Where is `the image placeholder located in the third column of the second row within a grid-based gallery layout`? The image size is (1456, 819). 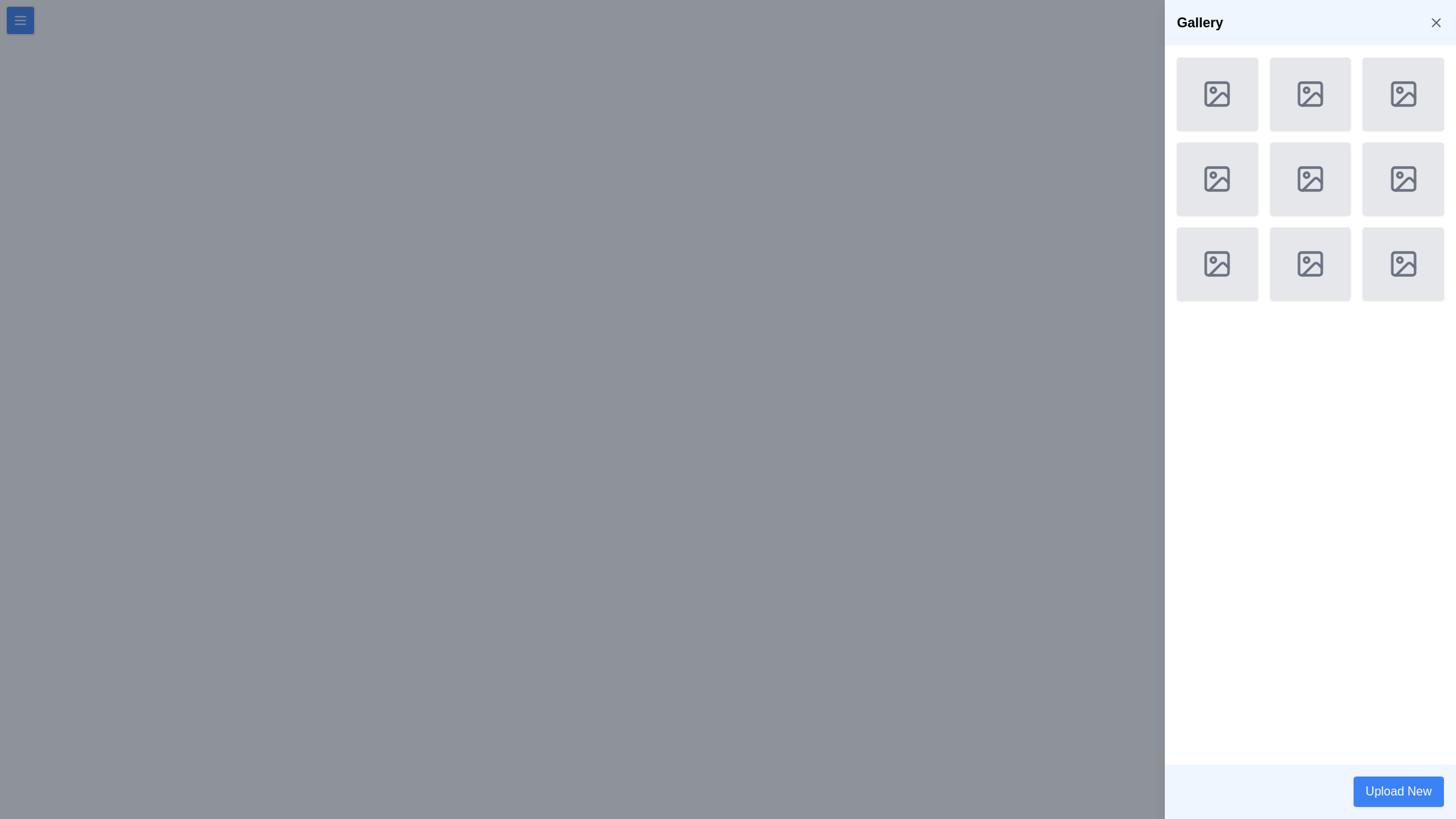
the image placeholder located in the third column of the second row within a grid-based gallery layout is located at coordinates (1402, 177).